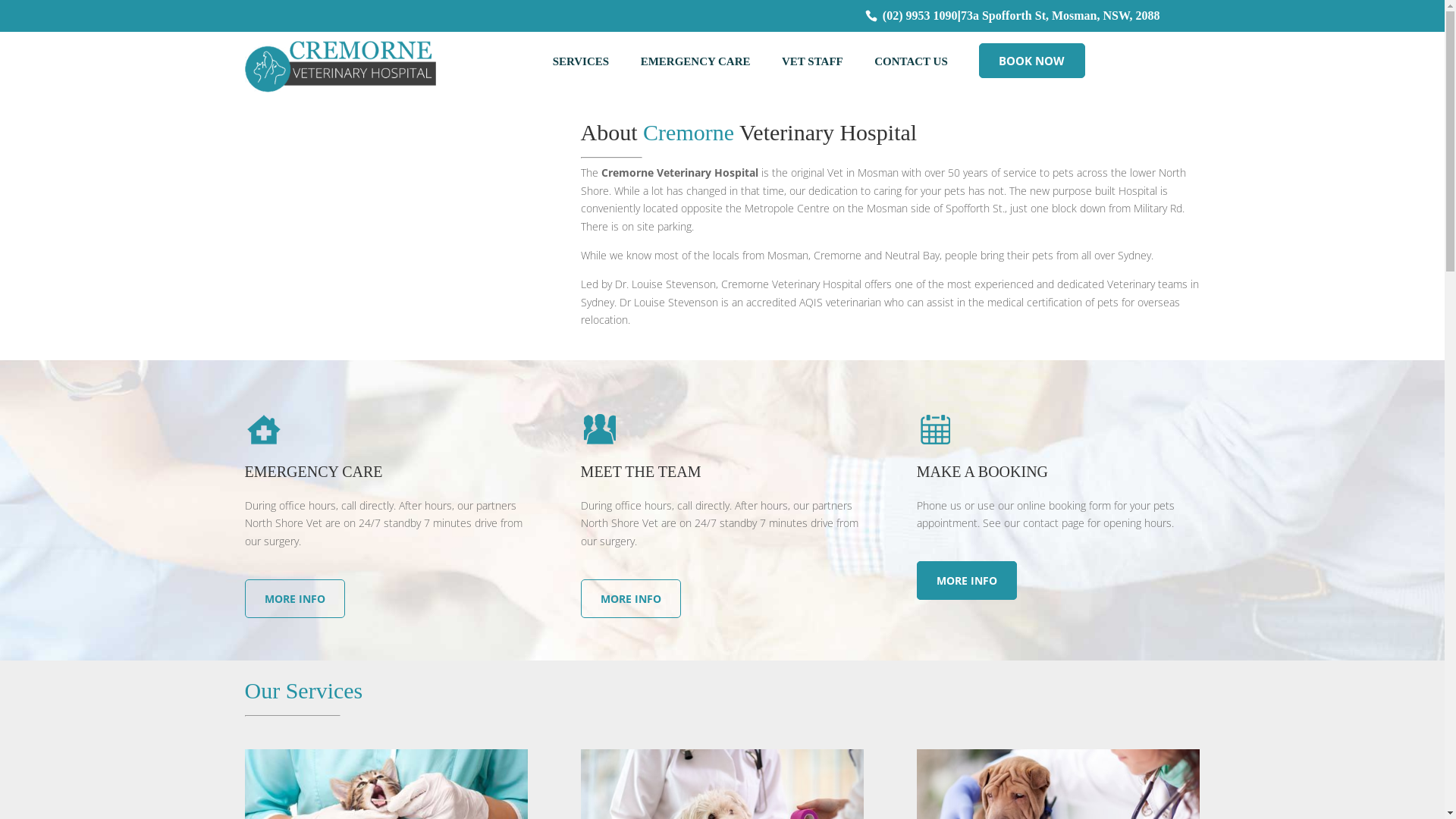 The image size is (1456, 819). What do you see at coordinates (1059, 15) in the screenshot?
I see `'73a Spofforth St, Mosman, NSW, 2088'` at bounding box center [1059, 15].